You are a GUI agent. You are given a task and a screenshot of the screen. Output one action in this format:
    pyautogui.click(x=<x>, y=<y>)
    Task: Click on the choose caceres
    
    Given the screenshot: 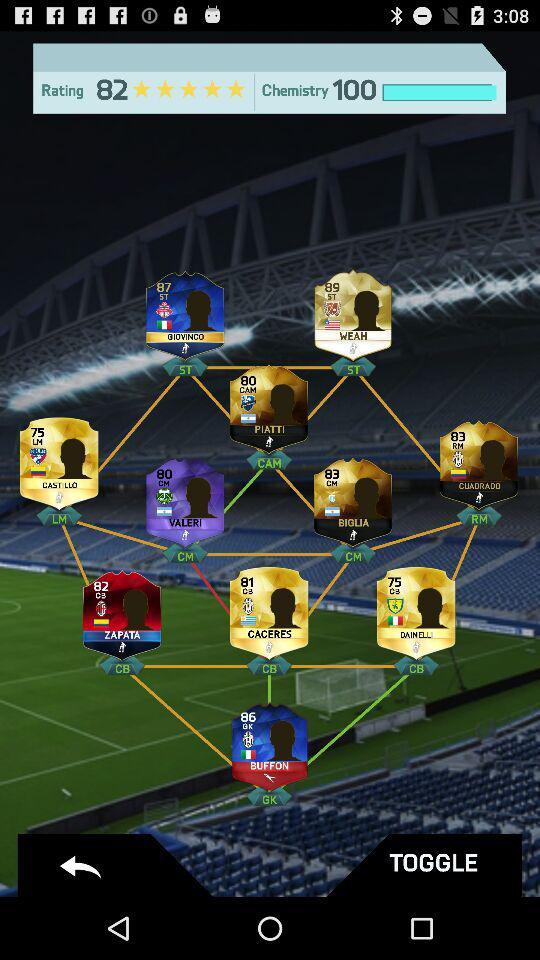 What is the action you would take?
    pyautogui.click(x=269, y=608)
    